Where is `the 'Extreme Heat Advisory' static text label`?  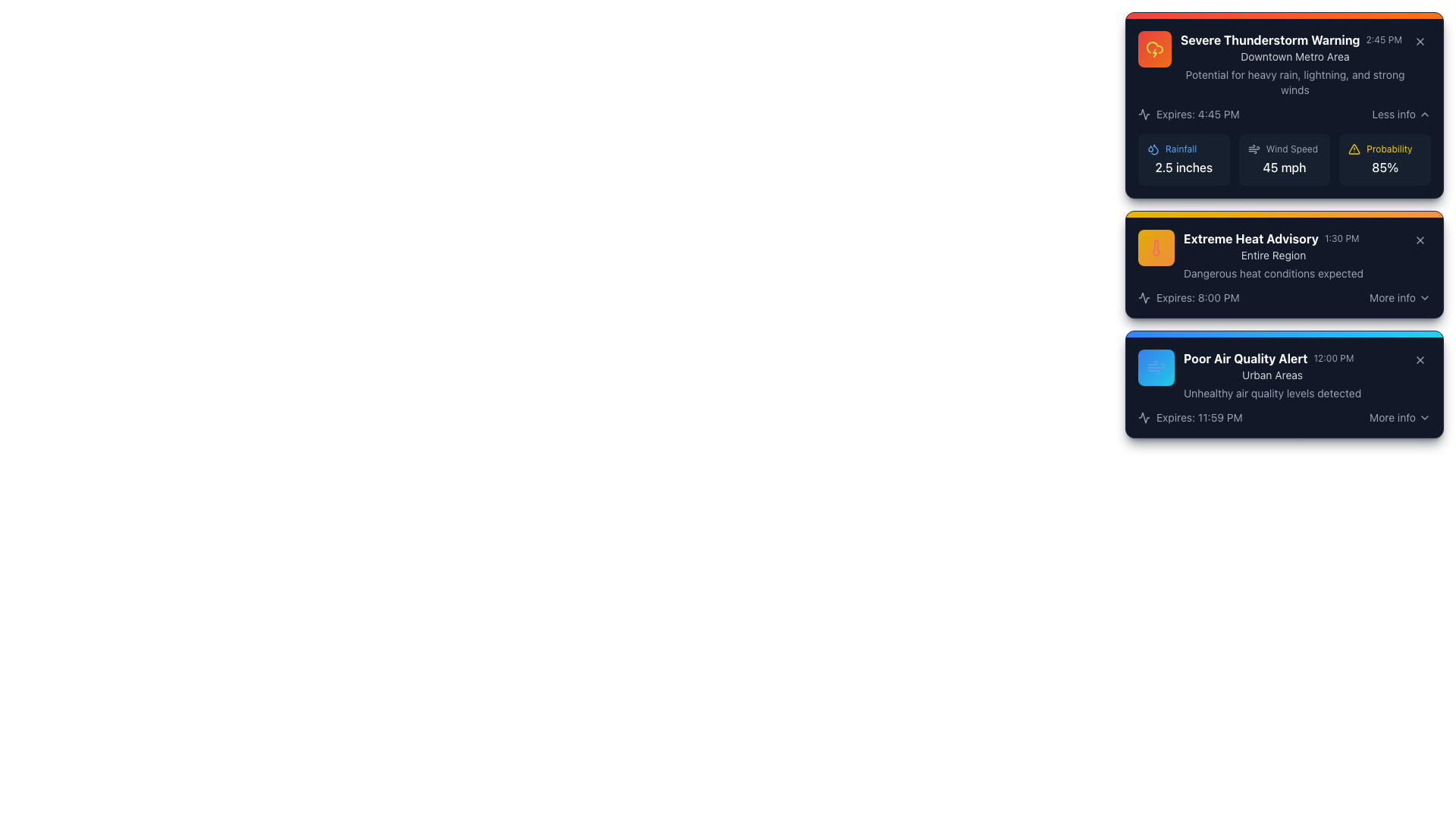
the 'Extreme Heat Advisory' static text label is located at coordinates (1273, 239).